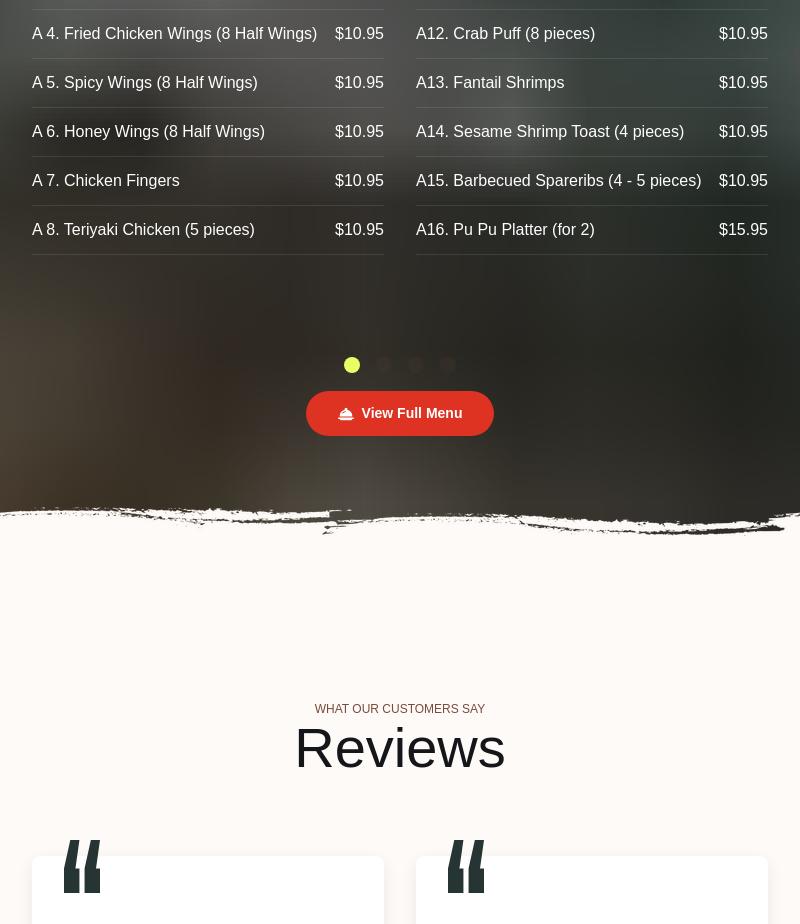  Describe the element at coordinates (416, 229) in the screenshot. I see `'A16. Pu Pu Platter (for 2)'` at that location.